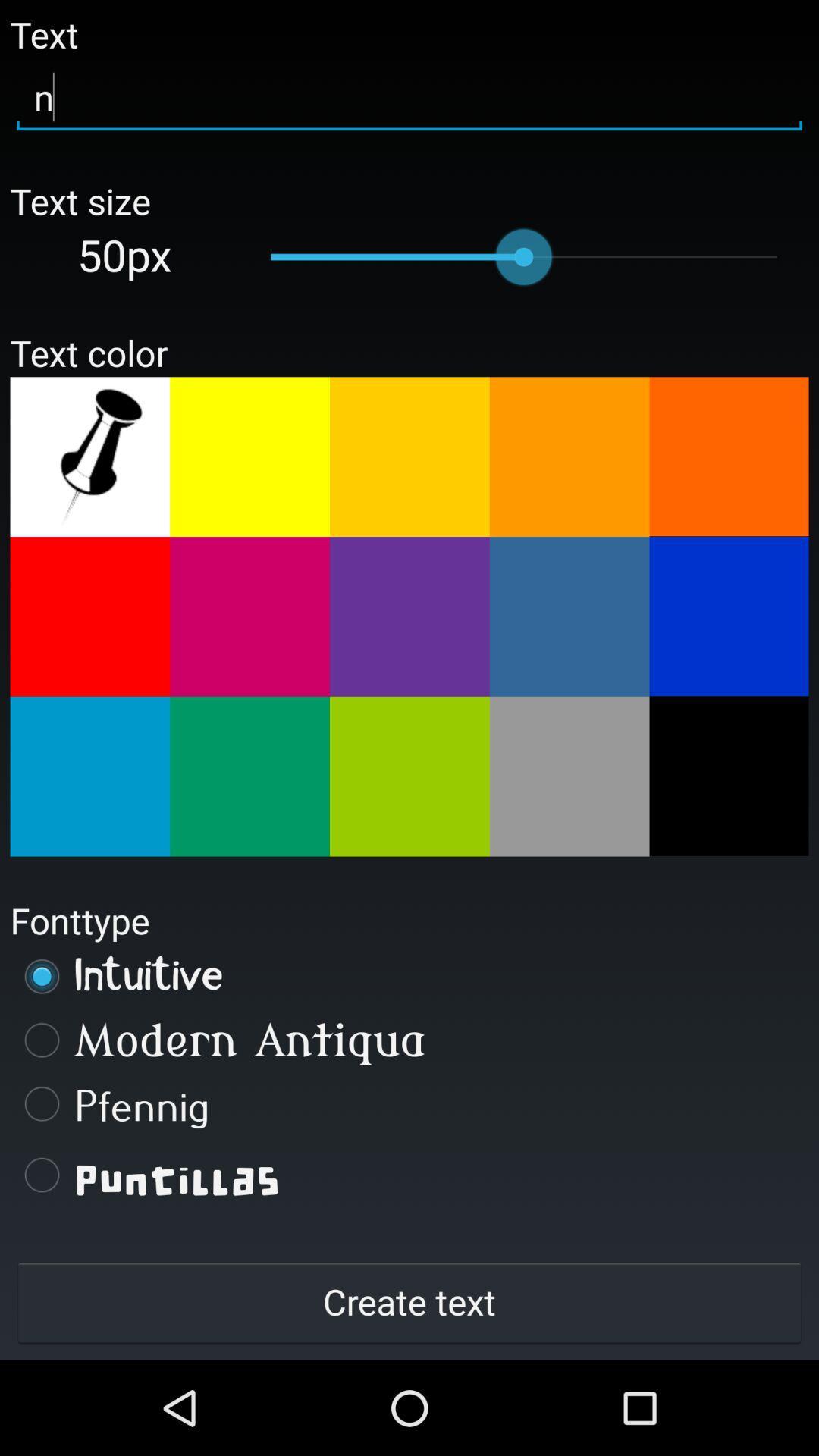  What do you see at coordinates (570, 617) in the screenshot?
I see `dusty blue text color` at bounding box center [570, 617].